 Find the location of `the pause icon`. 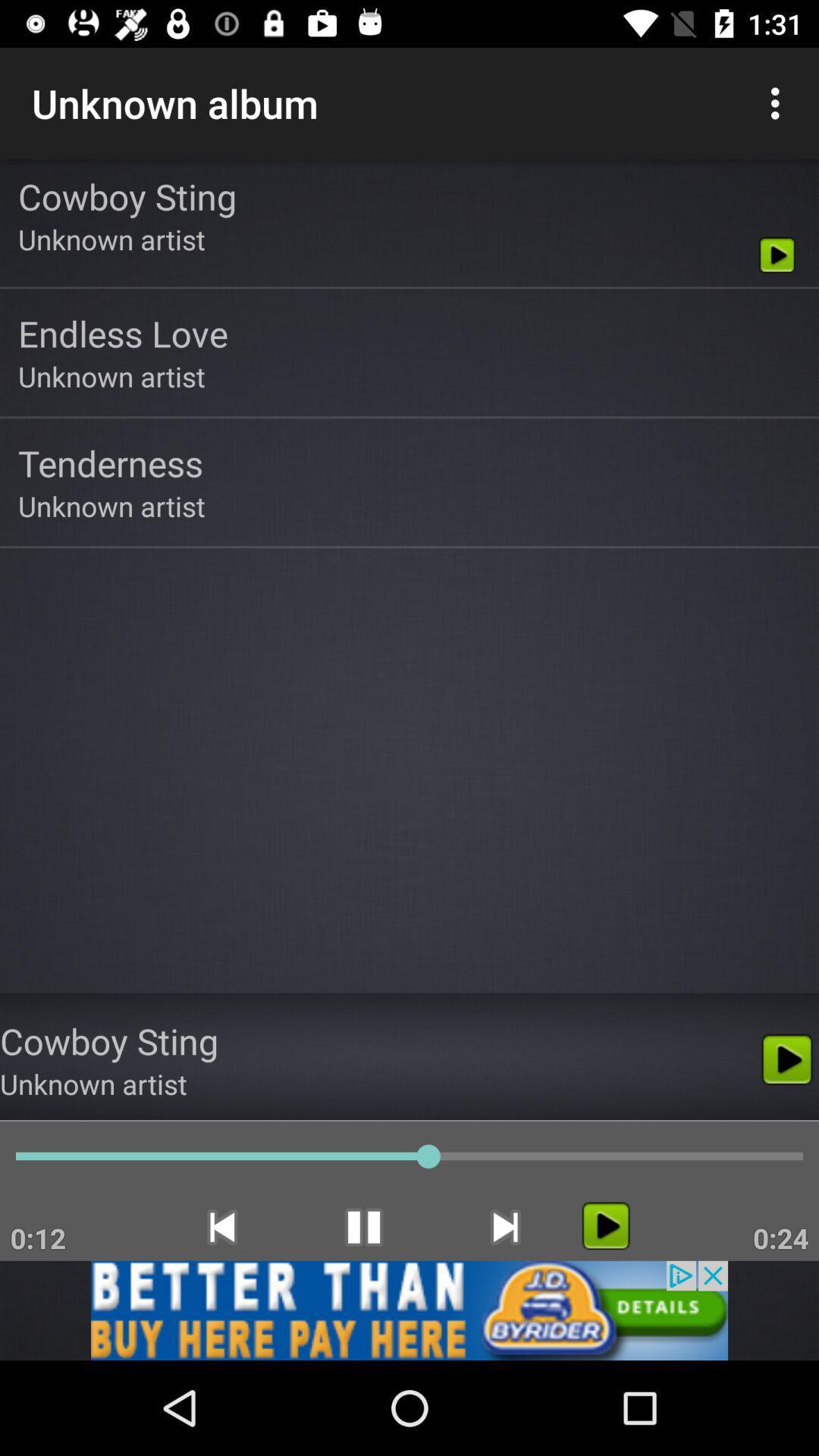

the pause icon is located at coordinates (363, 1227).